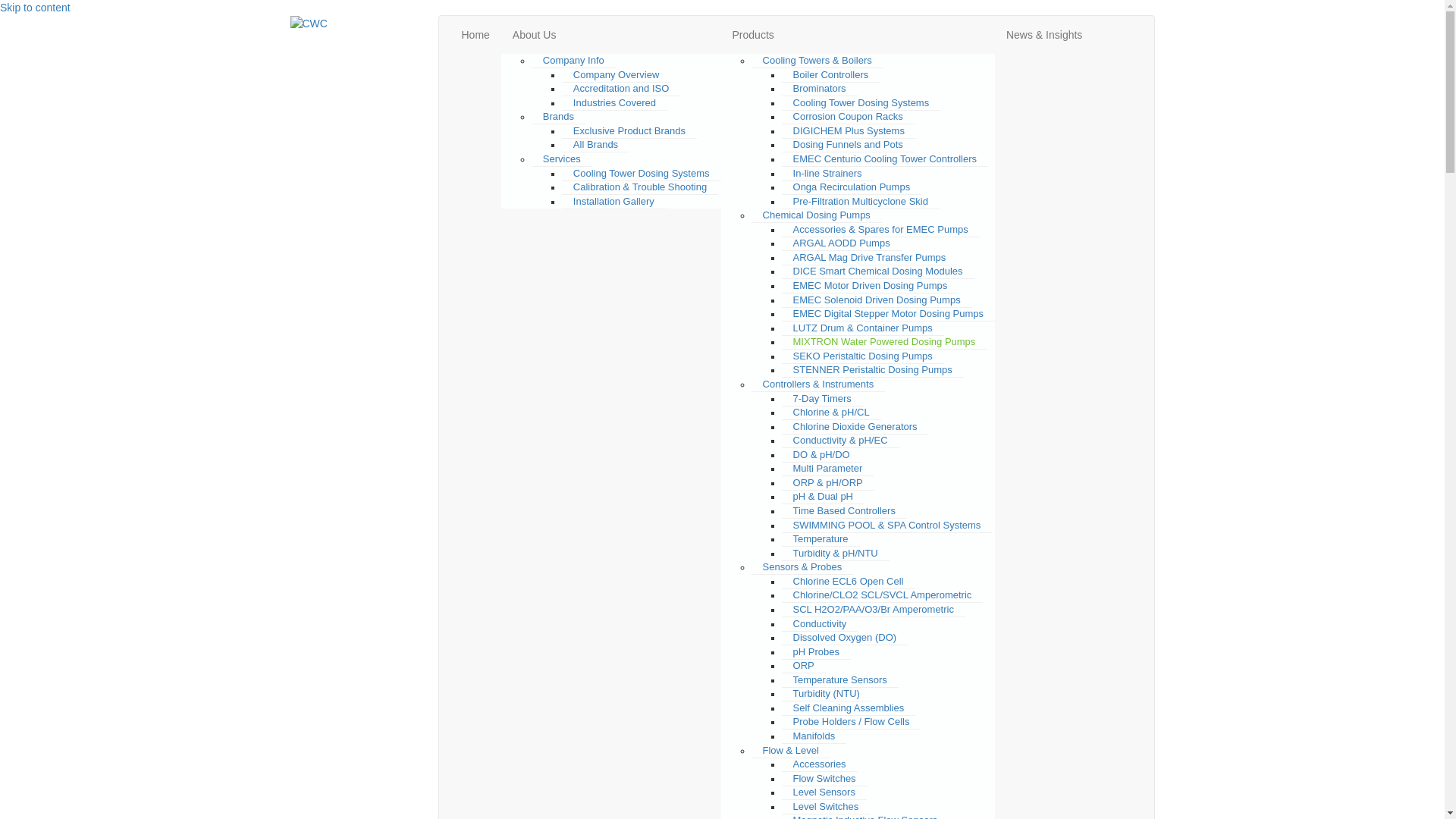  What do you see at coordinates (817, 383) in the screenshot?
I see `'Controllers & Instruments'` at bounding box center [817, 383].